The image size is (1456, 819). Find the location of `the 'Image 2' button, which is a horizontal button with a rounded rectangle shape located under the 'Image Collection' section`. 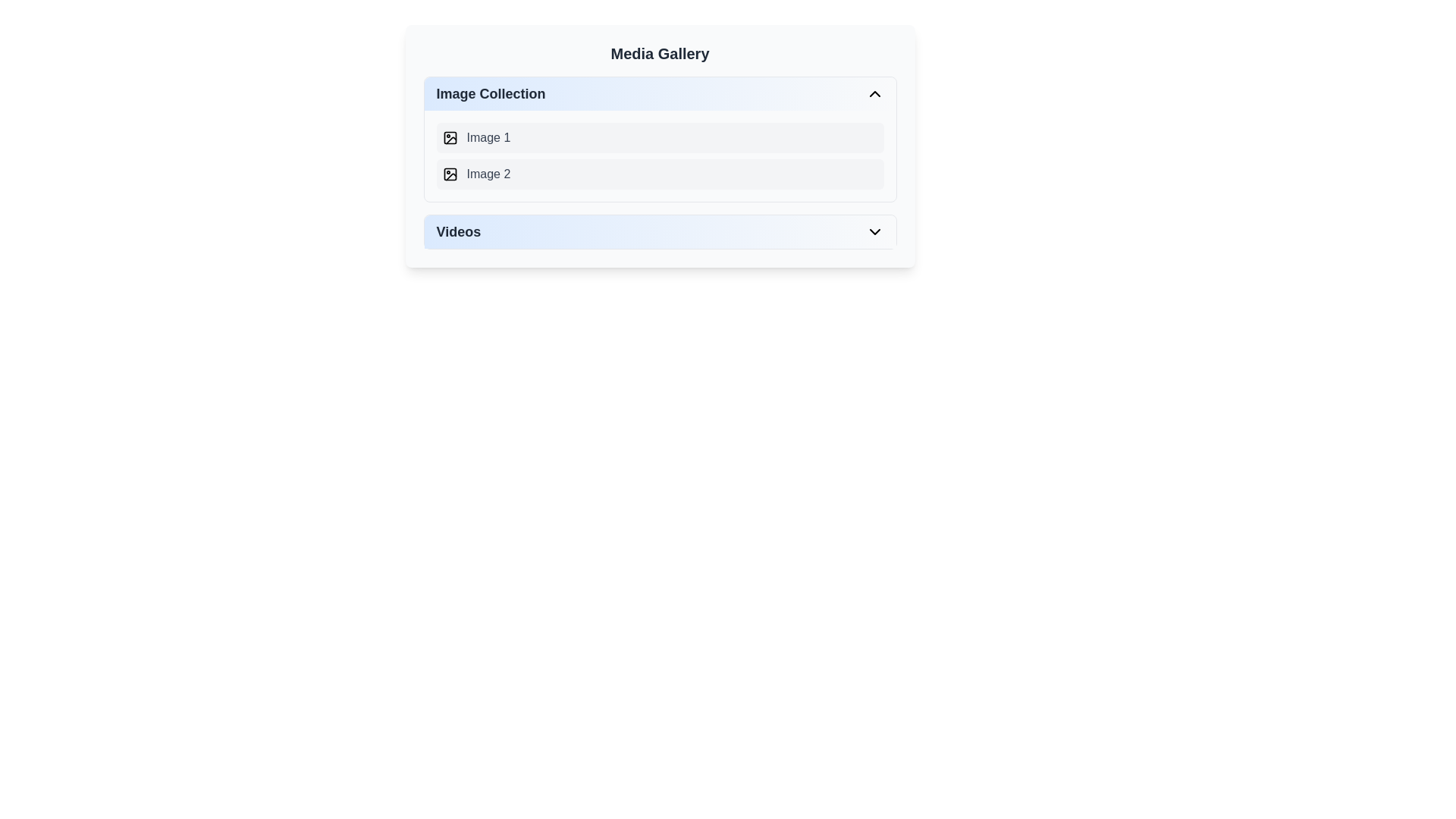

the 'Image 2' button, which is a horizontal button with a rounded rectangle shape located under the 'Image Collection' section is located at coordinates (660, 174).